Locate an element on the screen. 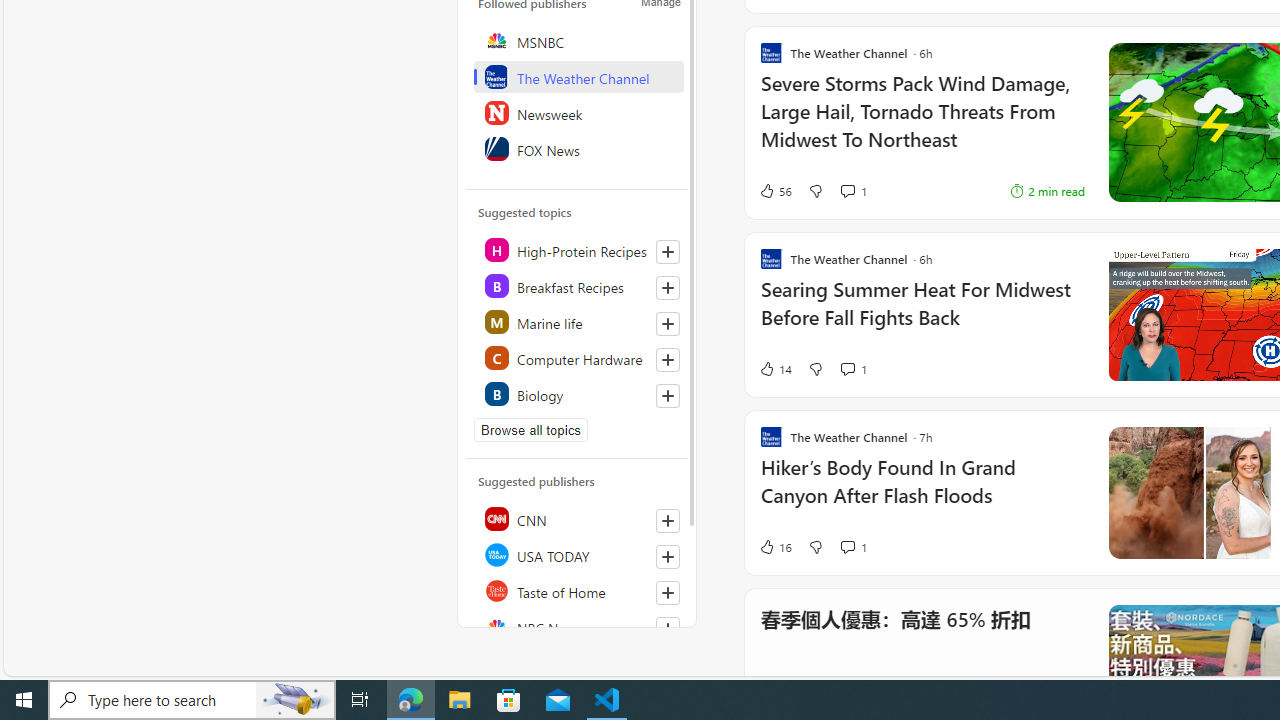 Image resolution: width=1280 pixels, height=720 pixels. 'NBC News' is located at coordinates (577, 626).